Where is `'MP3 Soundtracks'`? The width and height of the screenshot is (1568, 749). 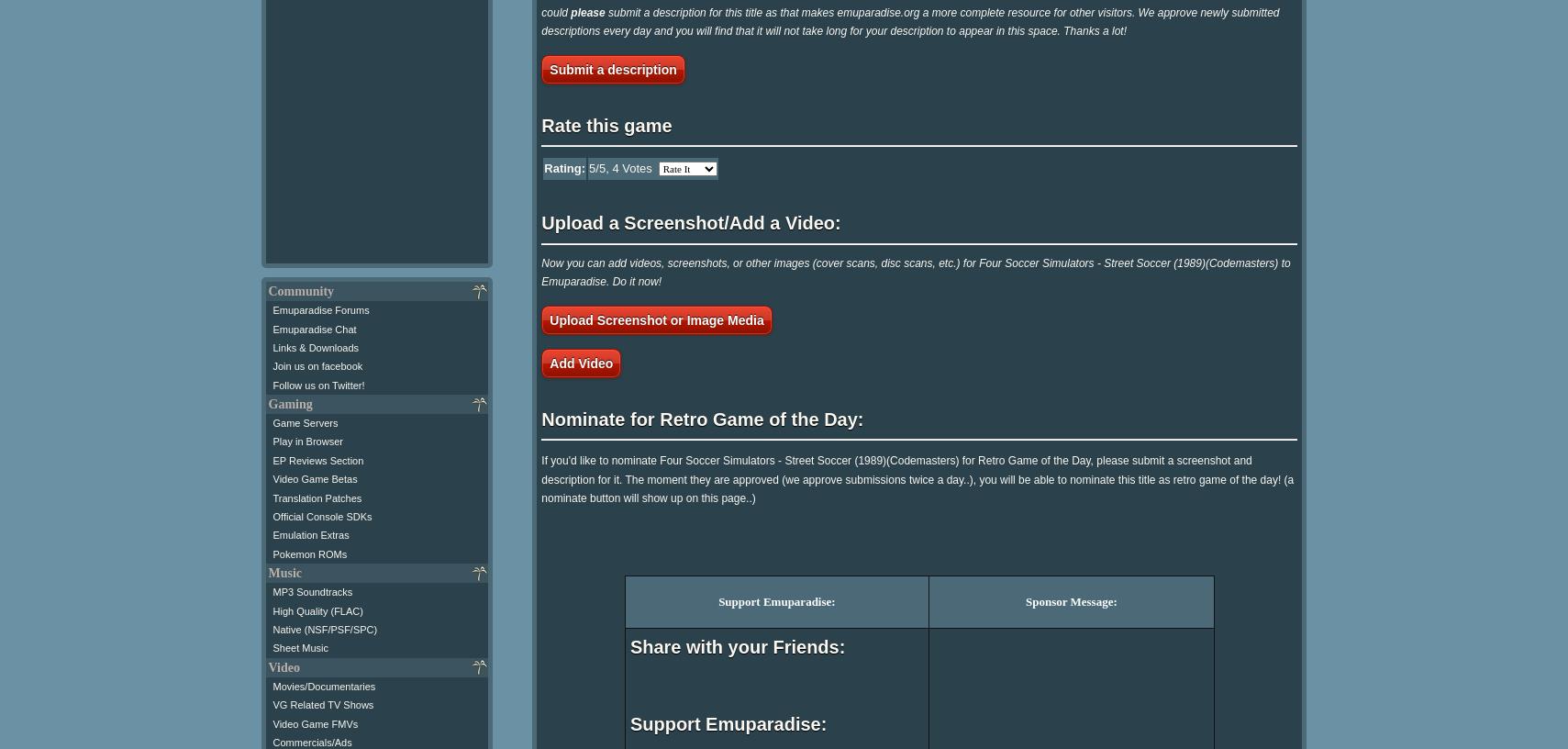 'MP3 Soundtracks' is located at coordinates (272, 590).